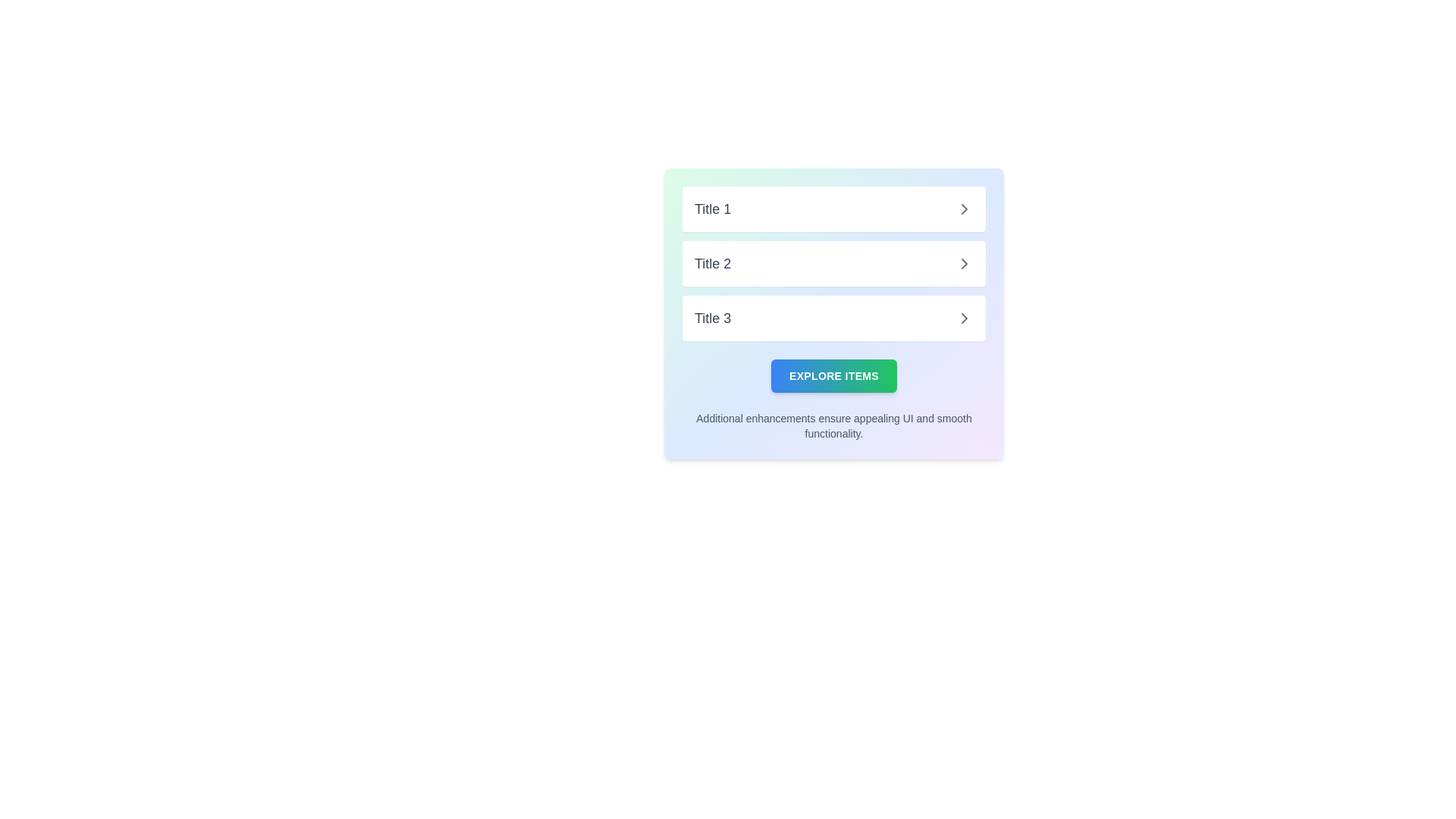  I want to click on the rightward-pointing chevron icon located in the section labeled 'Title 3', so click(964, 318).